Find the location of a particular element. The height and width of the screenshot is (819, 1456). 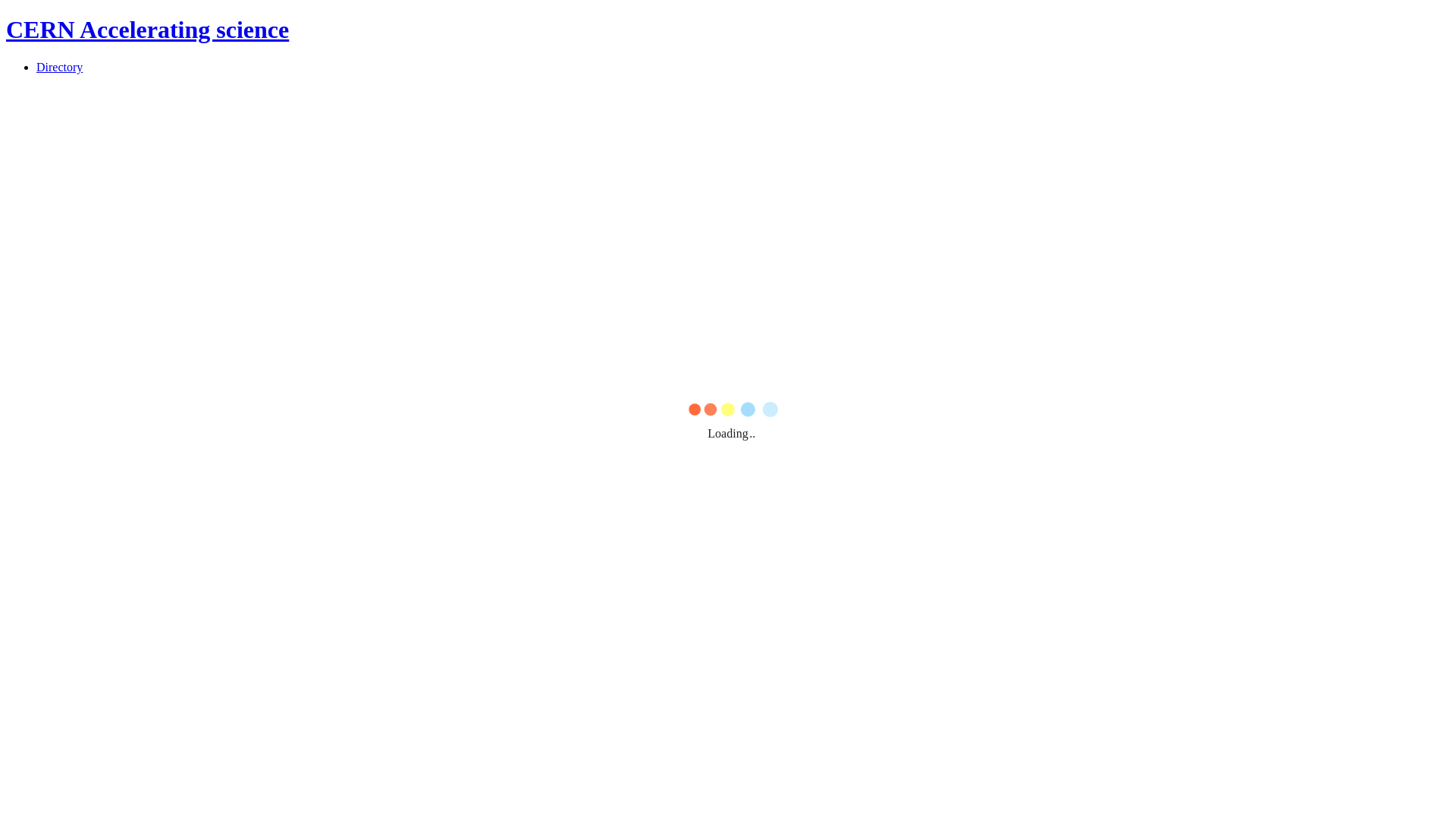

'Directory' is located at coordinates (59, 66).